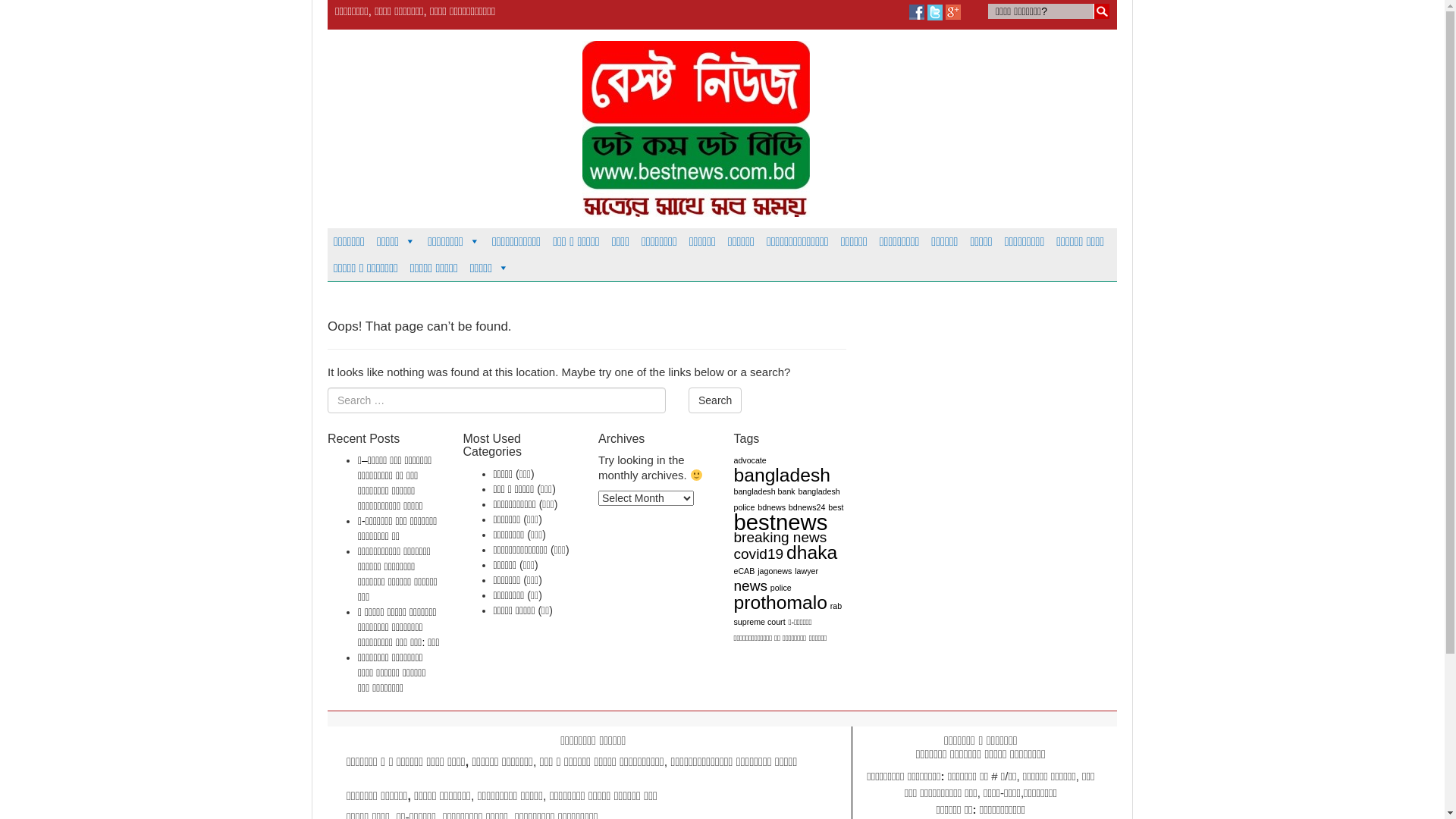  Describe the element at coordinates (750, 585) in the screenshot. I see `'news'` at that location.